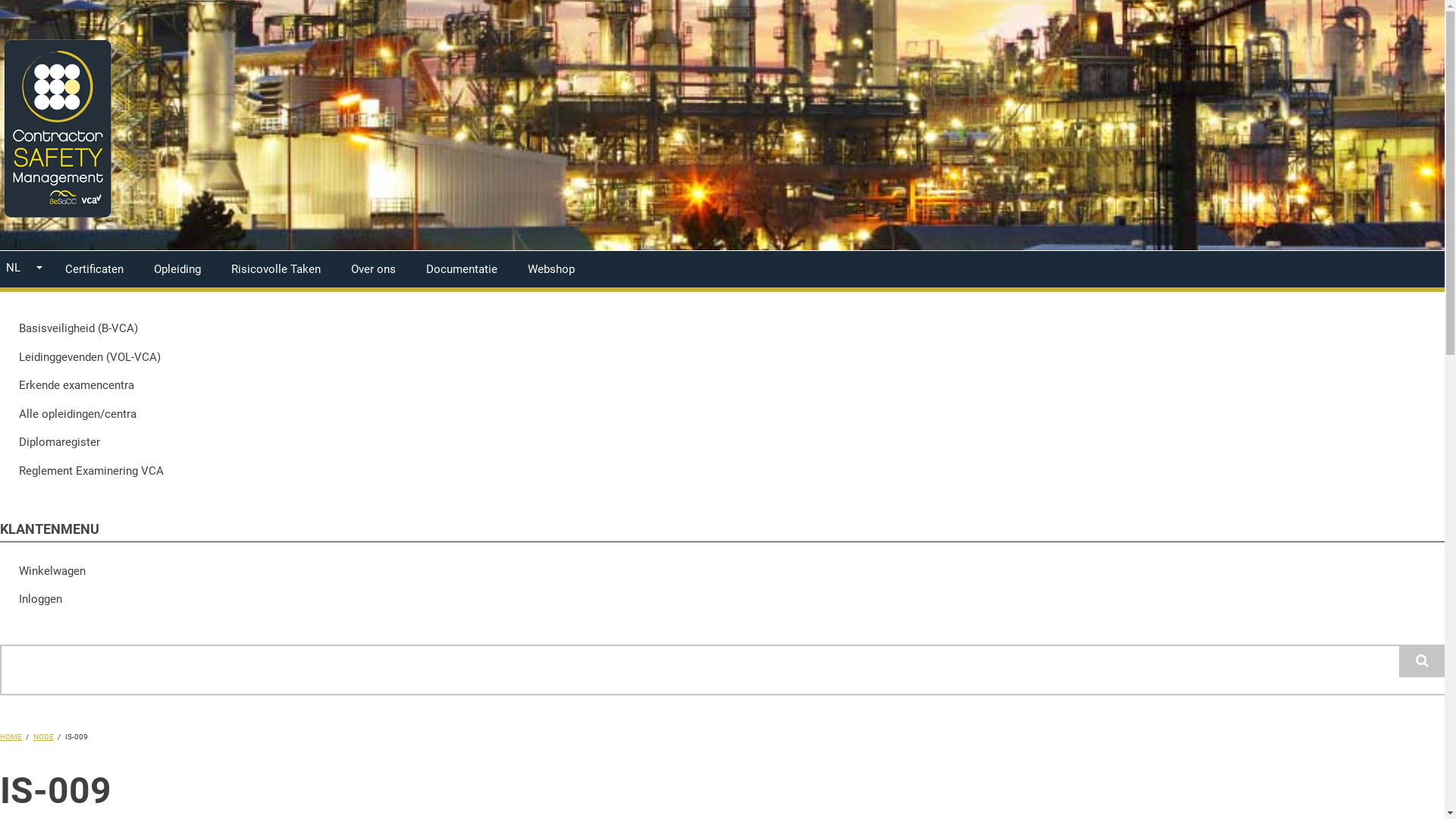 This screenshot has height=819, width=1456. What do you see at coordinates (0, 328) in the screenshot?
I see `'Basisveiligheid (B-VCA)'` at bounding box center [0, 328].